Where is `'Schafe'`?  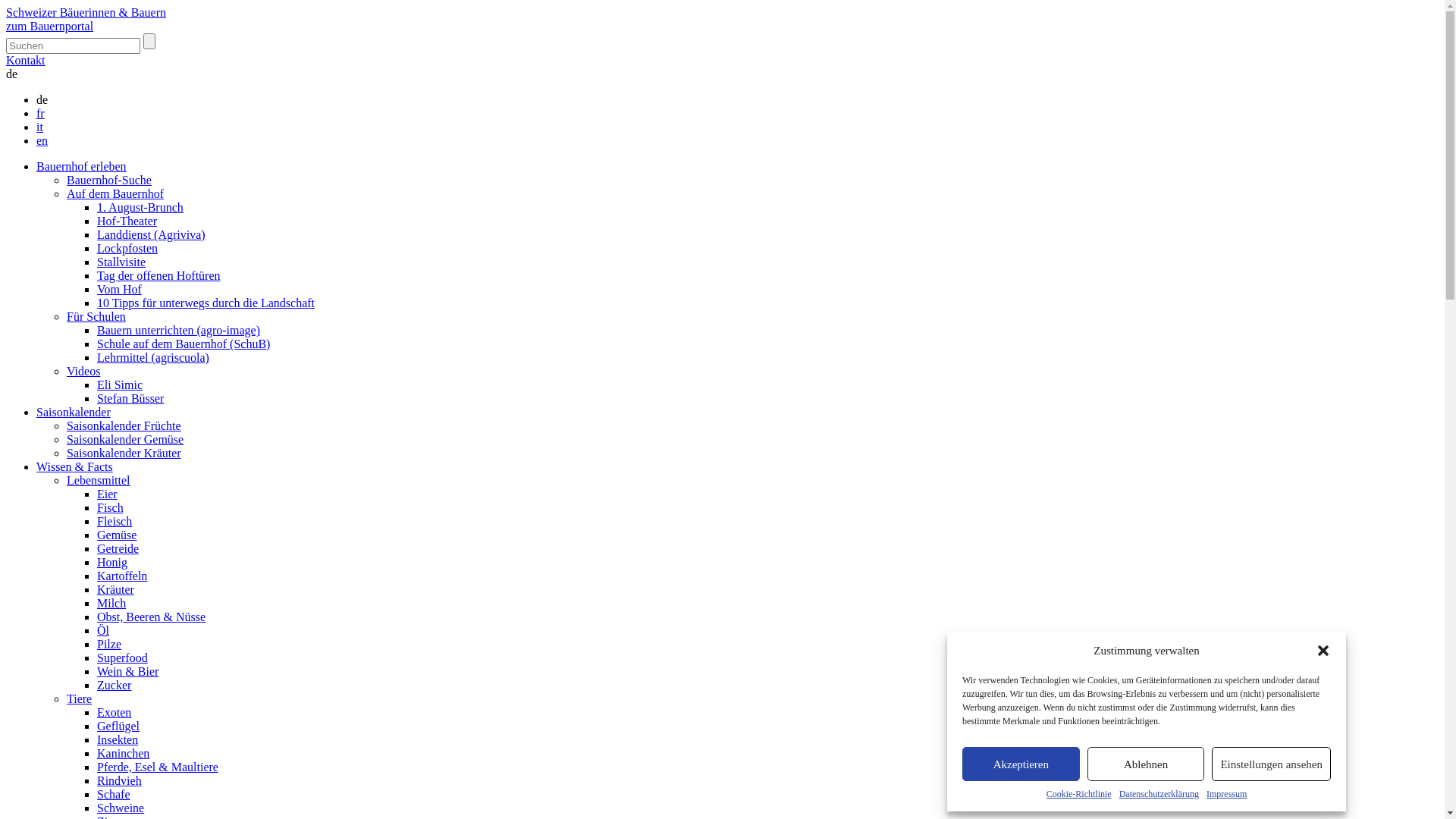
'Schafe' is located at coordinates (112, 793).